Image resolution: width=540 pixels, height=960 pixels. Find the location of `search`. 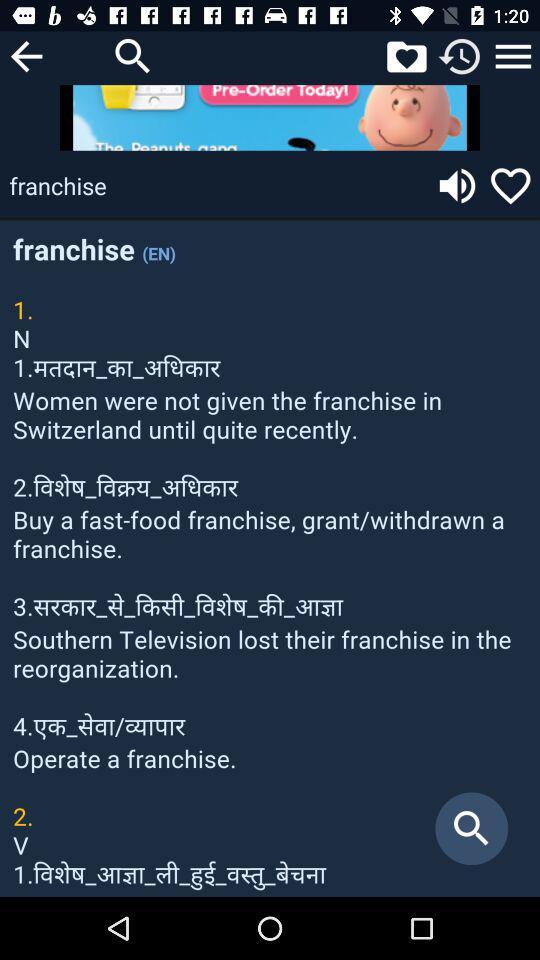

search is located at coordinates (133, 55).